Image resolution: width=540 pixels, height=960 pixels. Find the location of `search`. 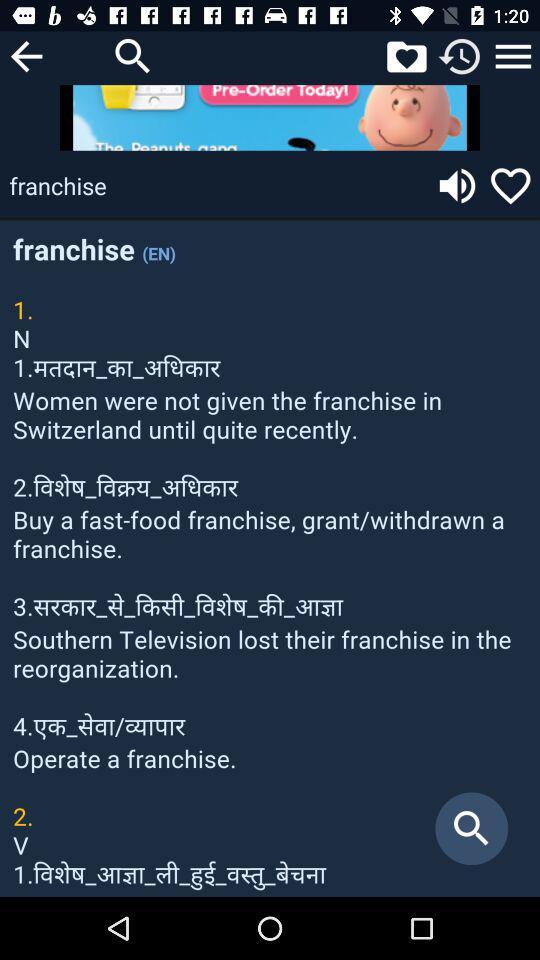

search is located at coordinates (133, 55).